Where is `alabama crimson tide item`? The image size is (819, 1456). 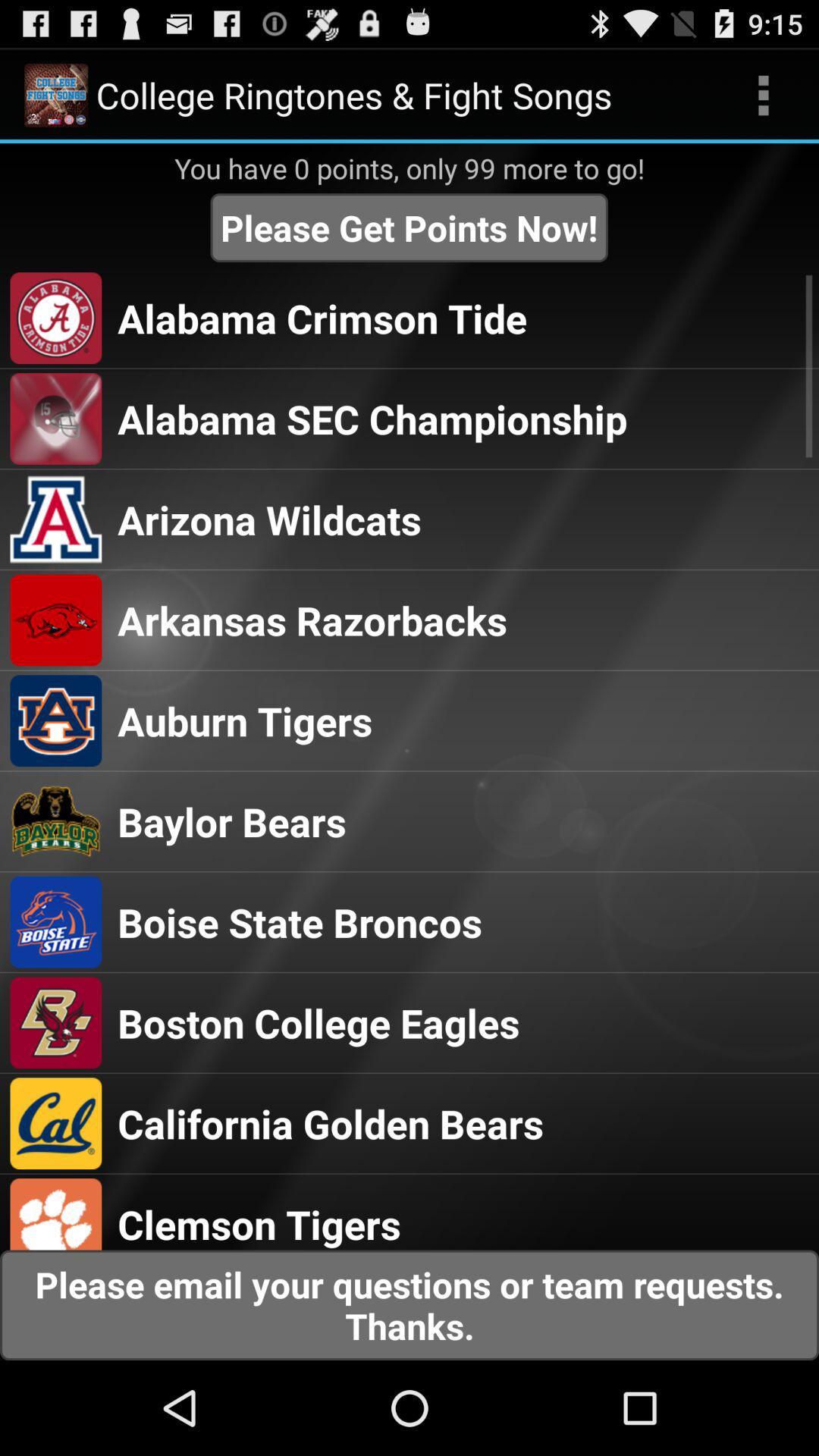
alabama crimson tide item is located at coordinates (322, 317).